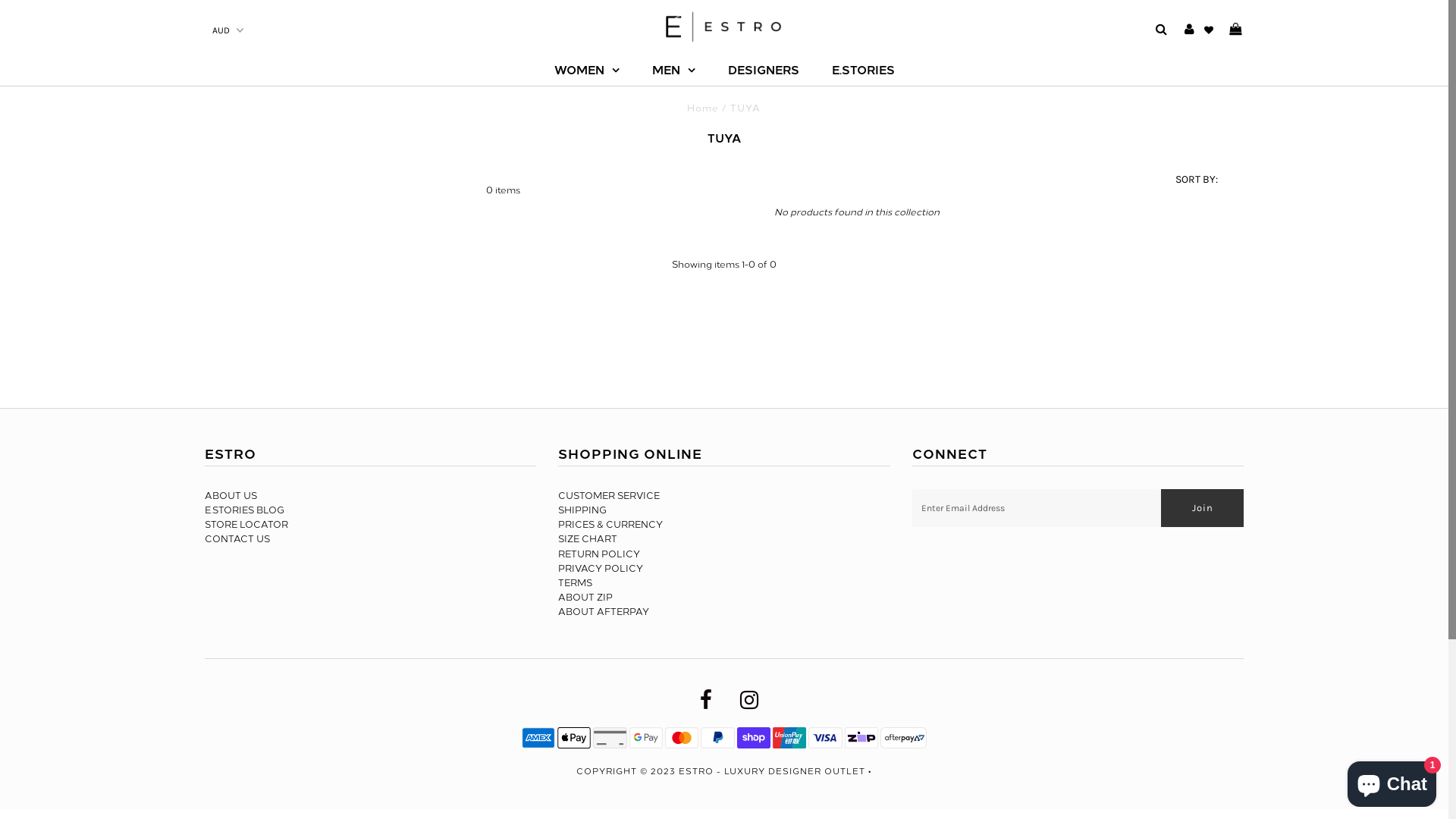  Describe the element at coordinates (608, 496) in the screenshot. I see `'CUSTOMER SERVICE'` at that location.